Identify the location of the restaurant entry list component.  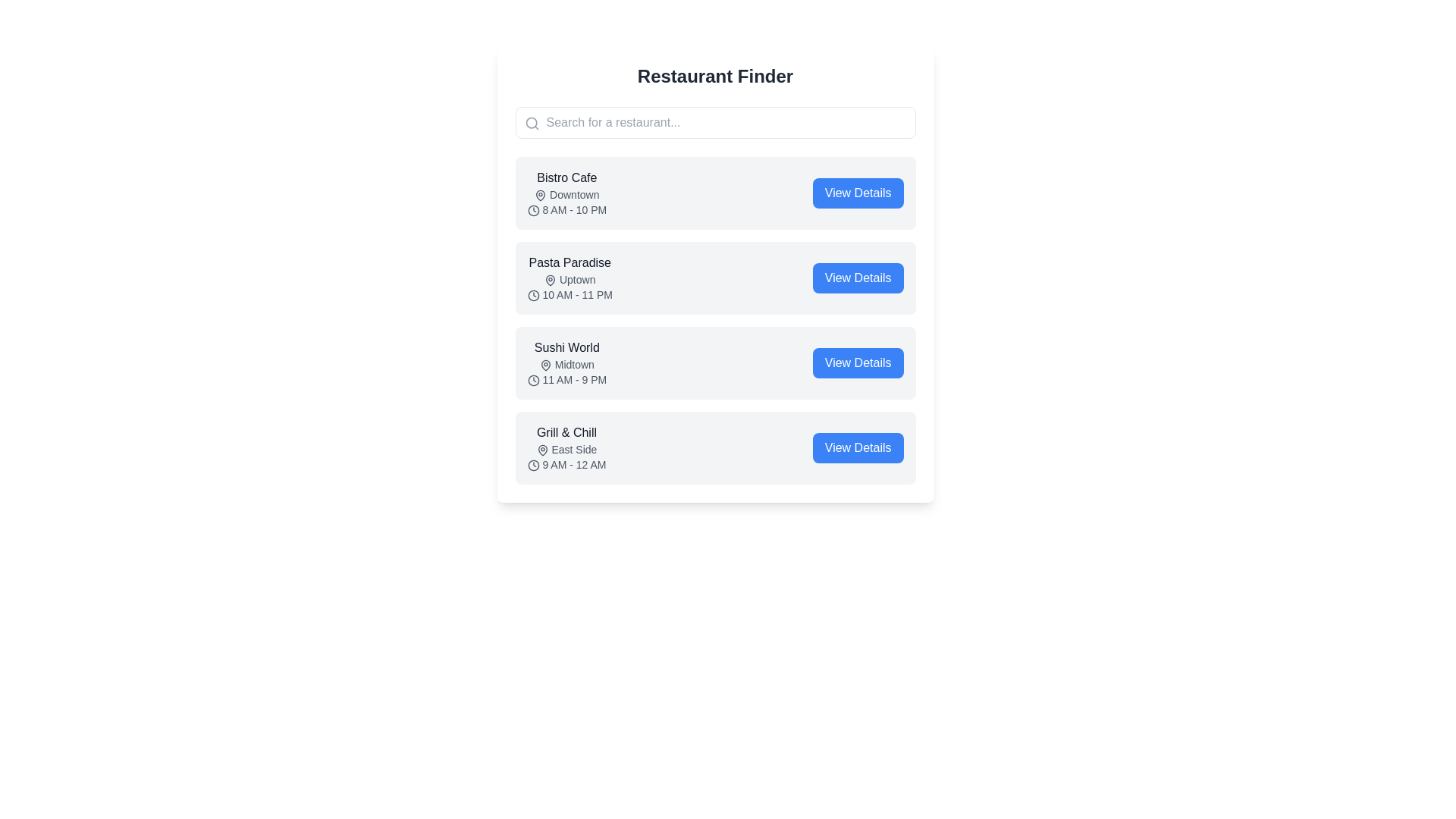
(714, 320).